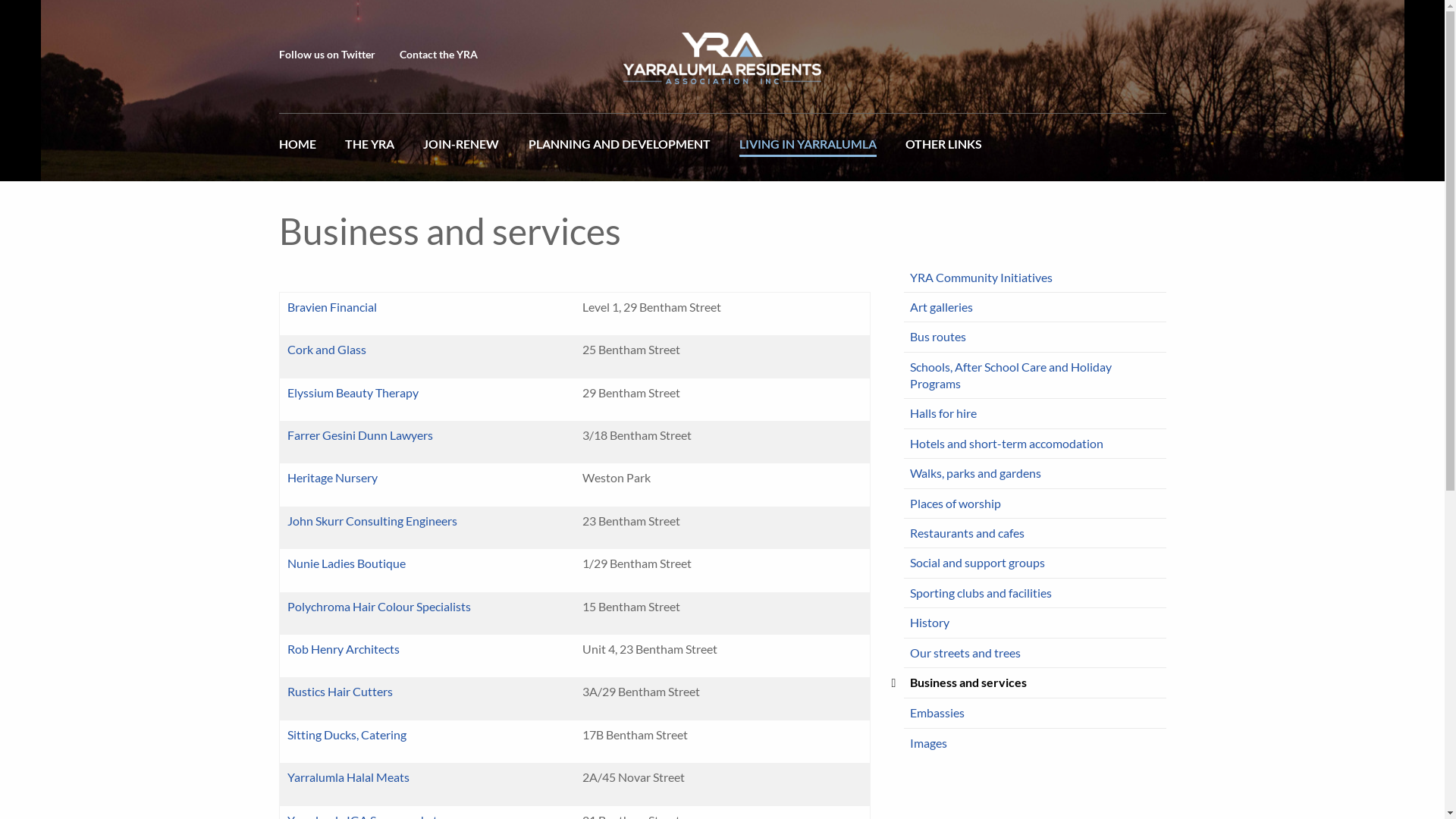  What do you see at coordinates (1034, 504) in the screenshot?
I see `'Places of worship'` at bounding box center [1034, 504].